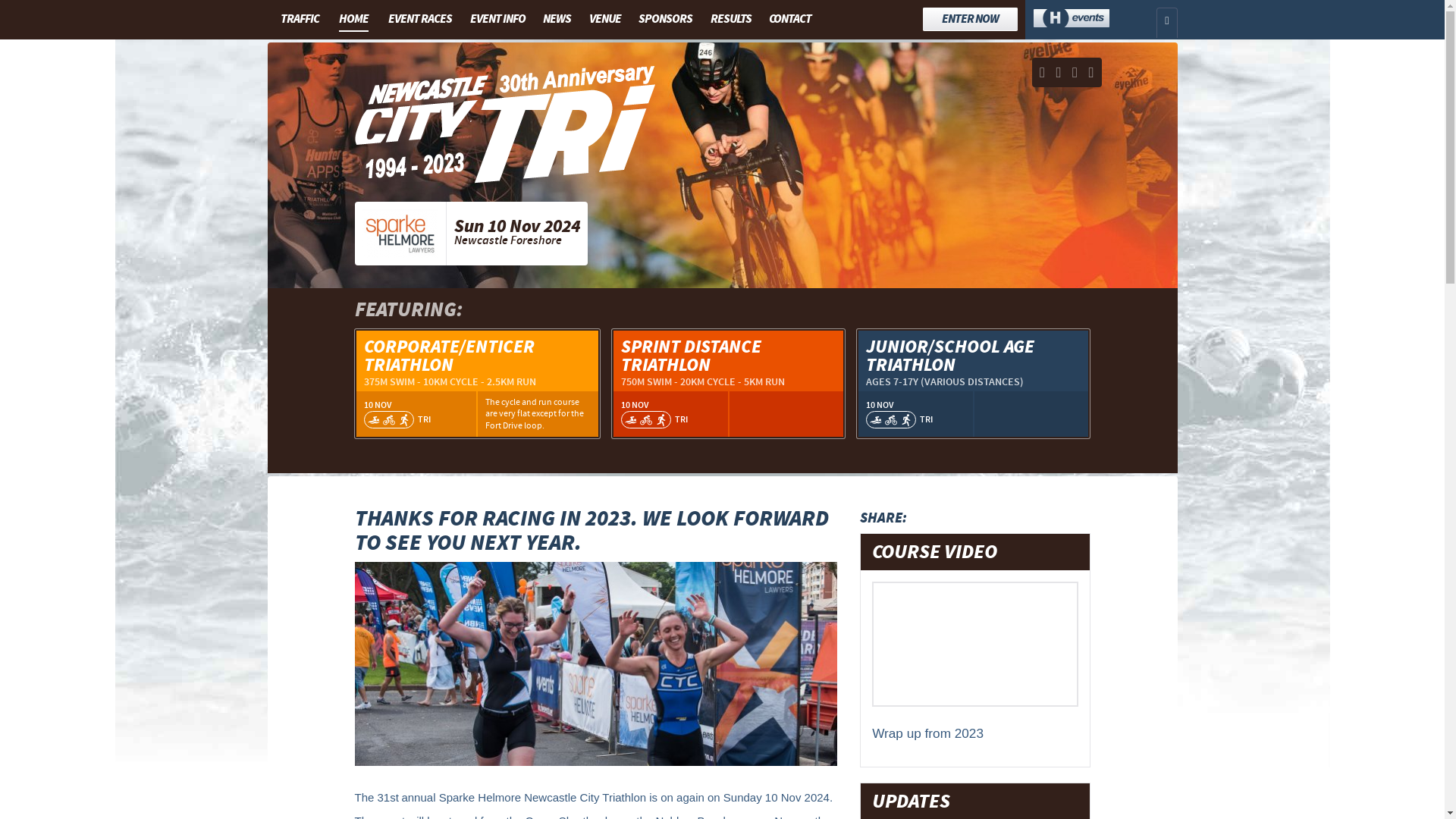  What do you see at coordinates (789, 18) in the screenshot?
I see `'CONTACT'` at bounding box center [789, 18].